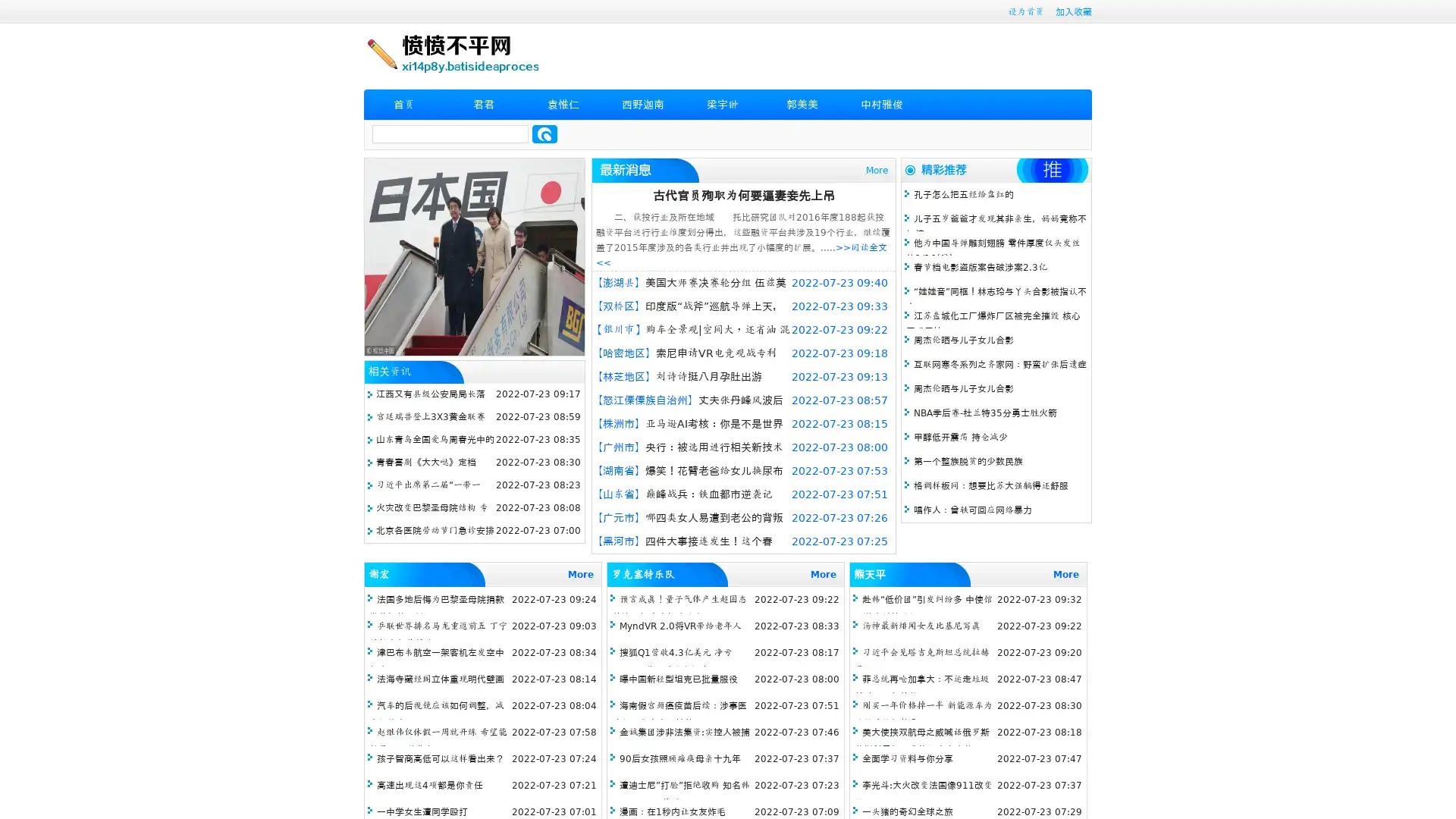 The width and height of the screenshot is (1456, 819). I want to click on Search, so click(544, 133).